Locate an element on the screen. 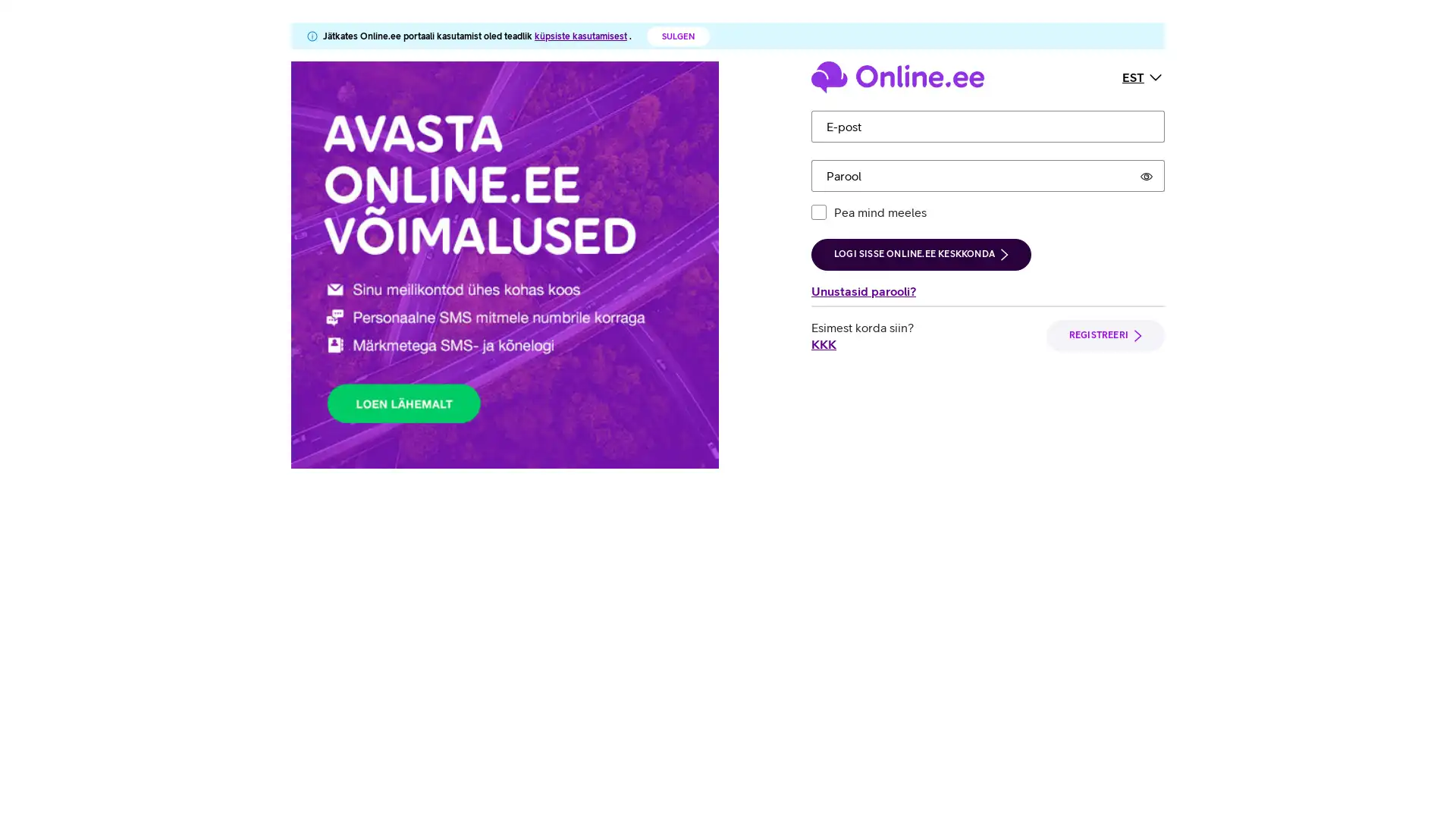 Image resolution: width=1456 pixels, height=819 pixels. LOGI SISSE ONLINE.EE KESKKONDA is located at coordinates (920, 253).